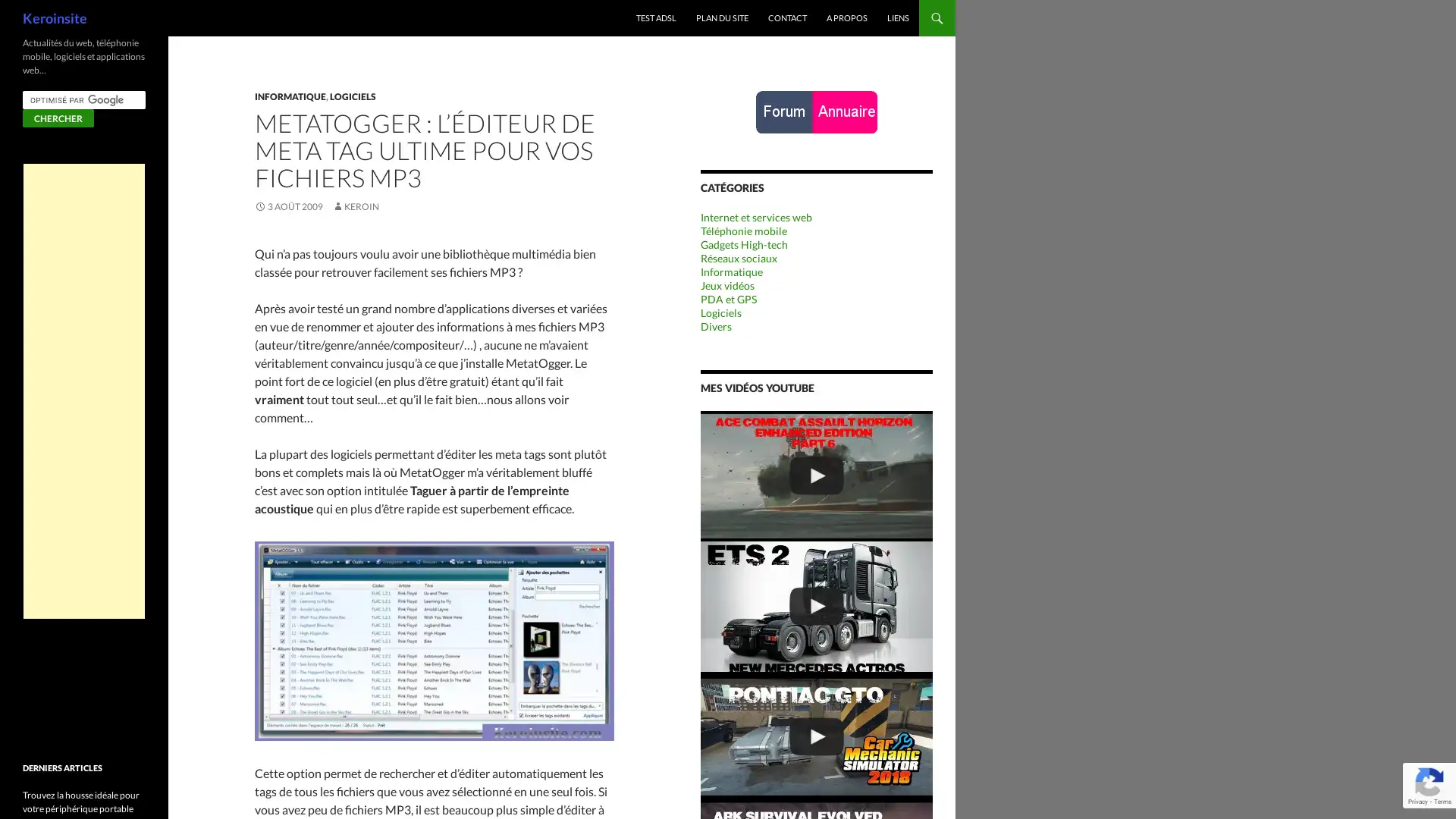  I want to click on Chercher, so click(58, 117).